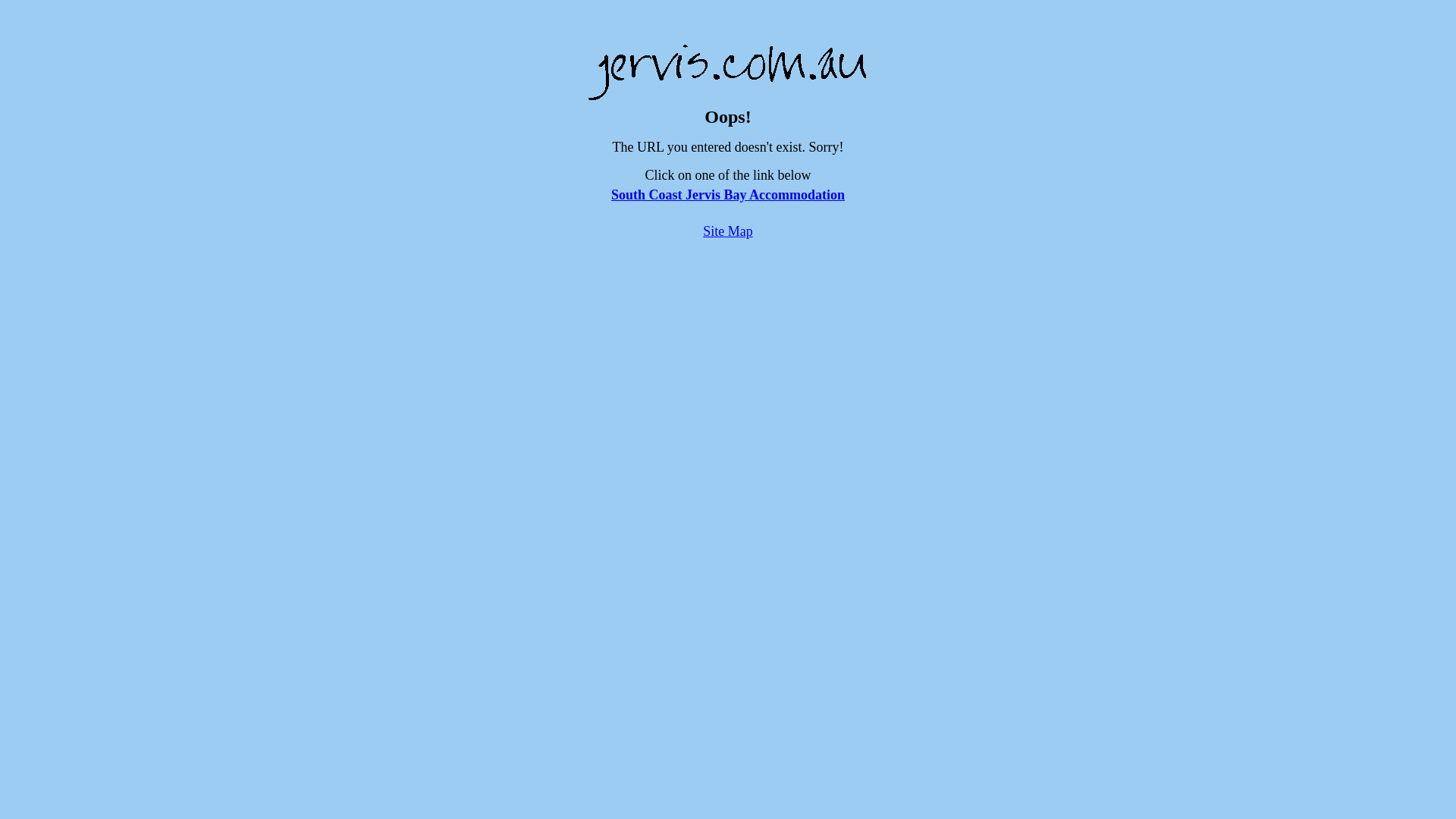  I want to click on 'South Coast Jervis Bay Accommodation', so click(611, 194).